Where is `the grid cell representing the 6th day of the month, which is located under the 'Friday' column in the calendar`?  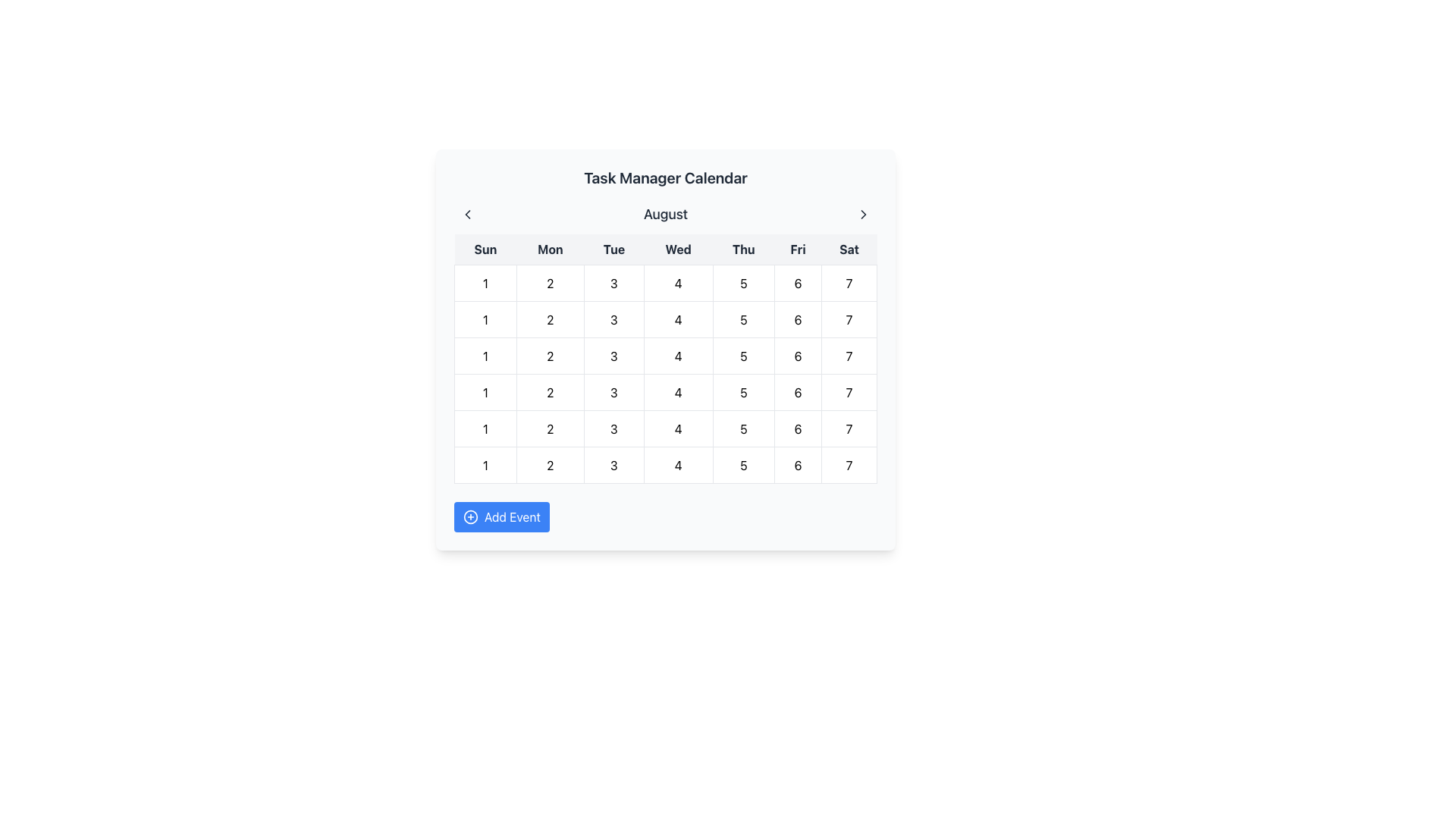 the grid cell representing the 6th day of the month, which is located under the 'Friday' column in the calendar is located at coordinates (797, 356).